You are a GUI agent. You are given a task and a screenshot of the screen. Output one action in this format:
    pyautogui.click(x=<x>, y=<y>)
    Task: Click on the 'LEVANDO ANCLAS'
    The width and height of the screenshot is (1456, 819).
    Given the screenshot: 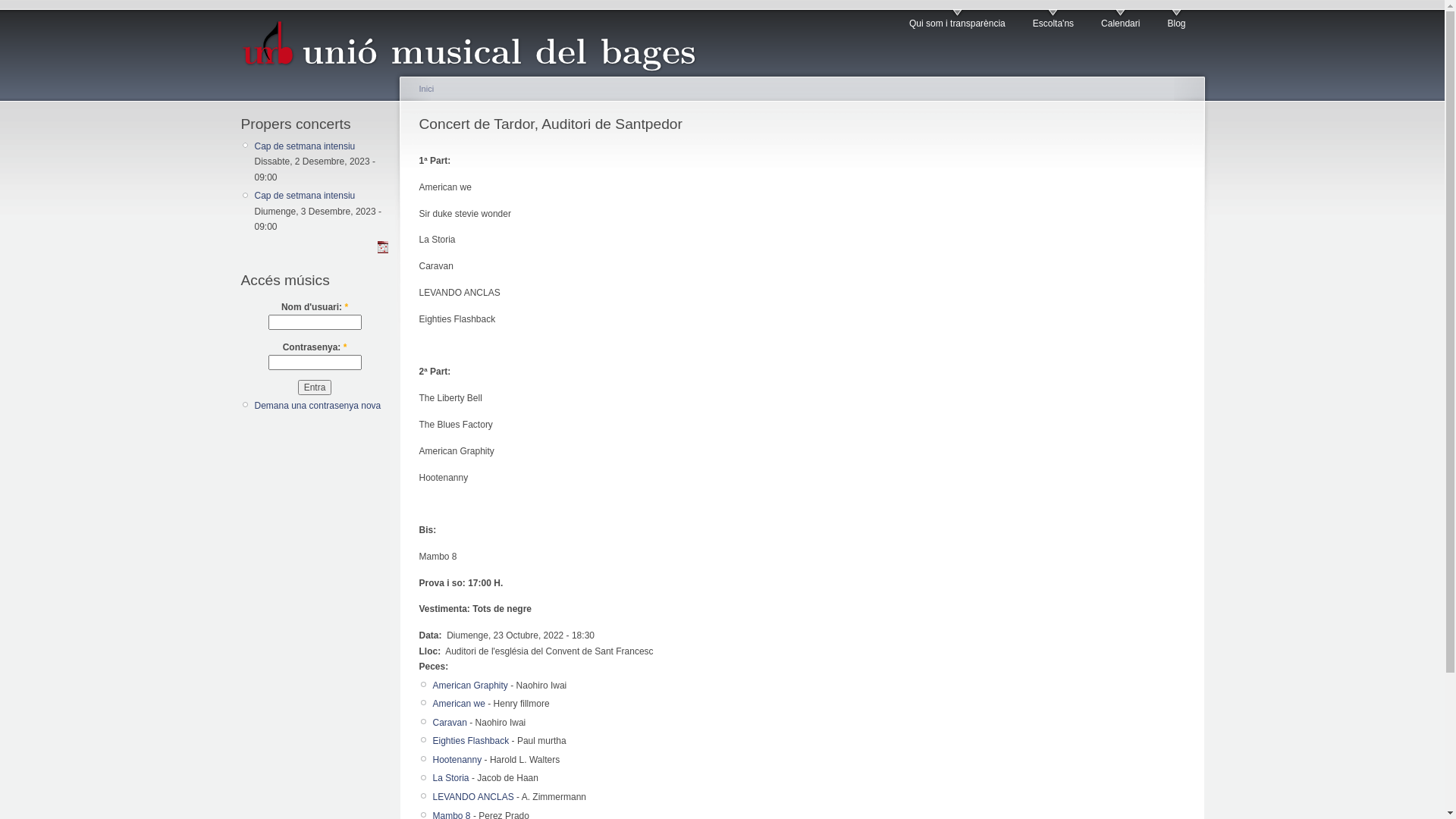 What is the action you would take?
    pyautogui.click(x=472, y=795)
    